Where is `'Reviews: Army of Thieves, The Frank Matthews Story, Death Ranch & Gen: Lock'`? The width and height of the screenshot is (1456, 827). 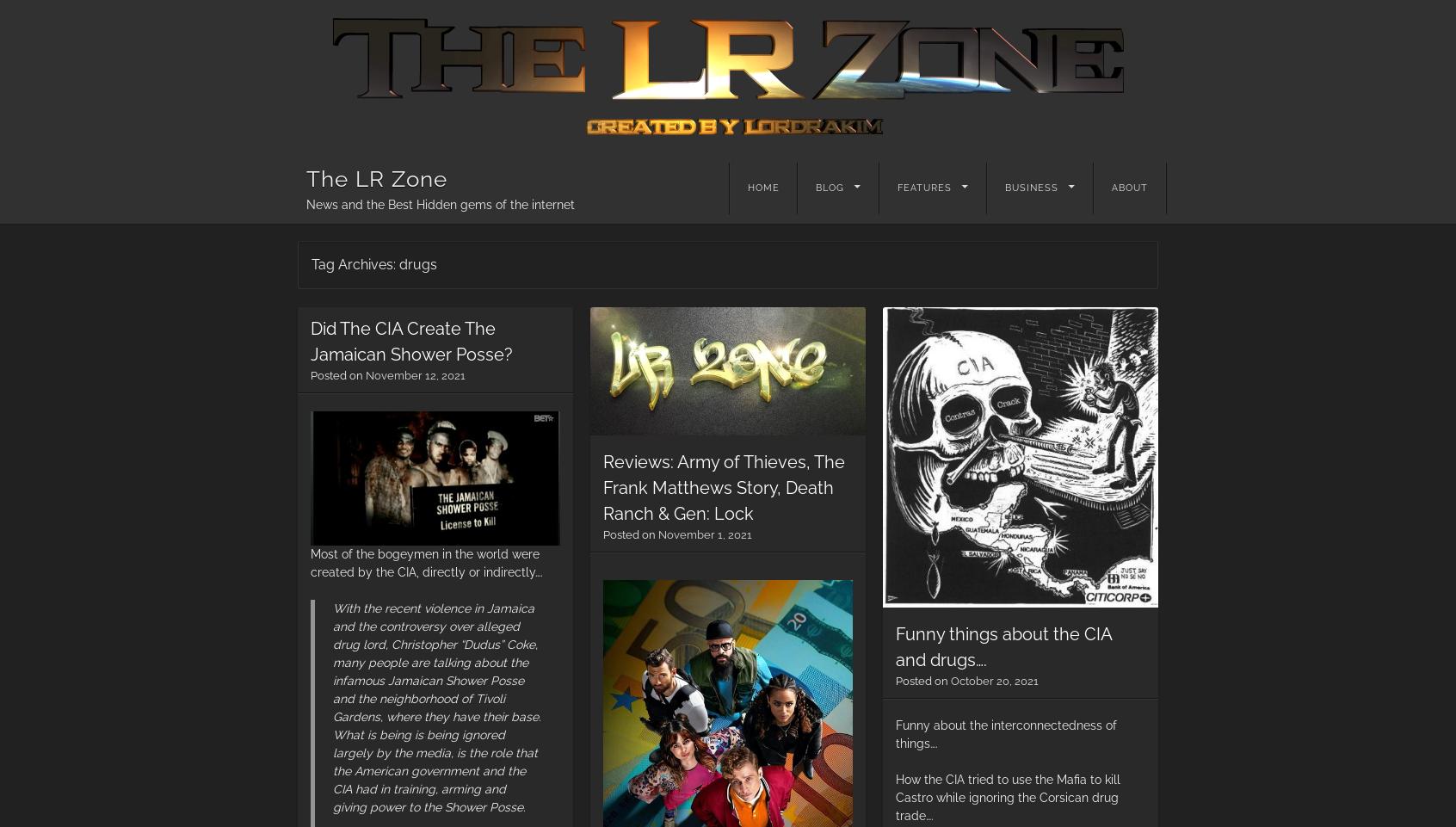
'Reviews: Army of Thieves, The Frank Matthews Story, Death Ranch & Gen: Lock' is located at coordinates (724, 486).